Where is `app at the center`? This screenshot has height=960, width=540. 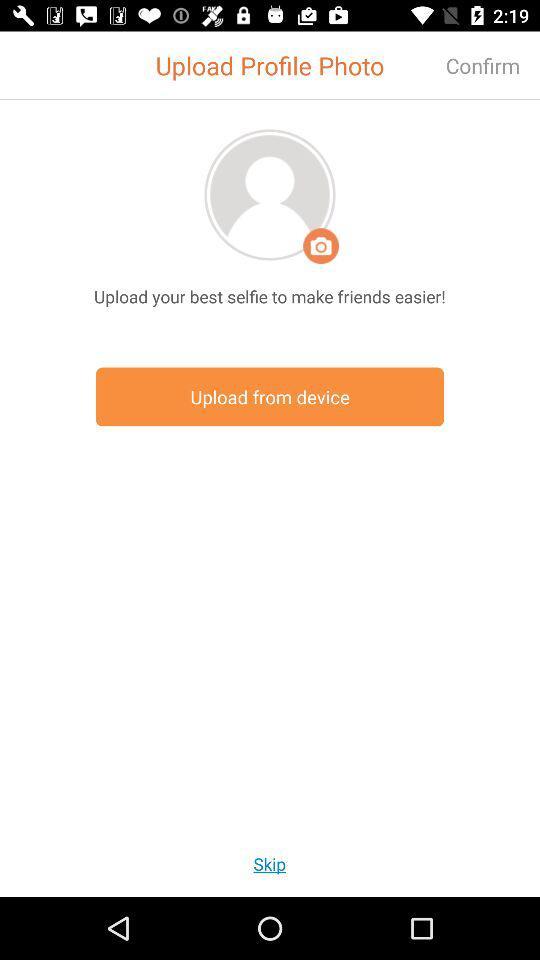
app at the center is located at coordinates (270, 396).